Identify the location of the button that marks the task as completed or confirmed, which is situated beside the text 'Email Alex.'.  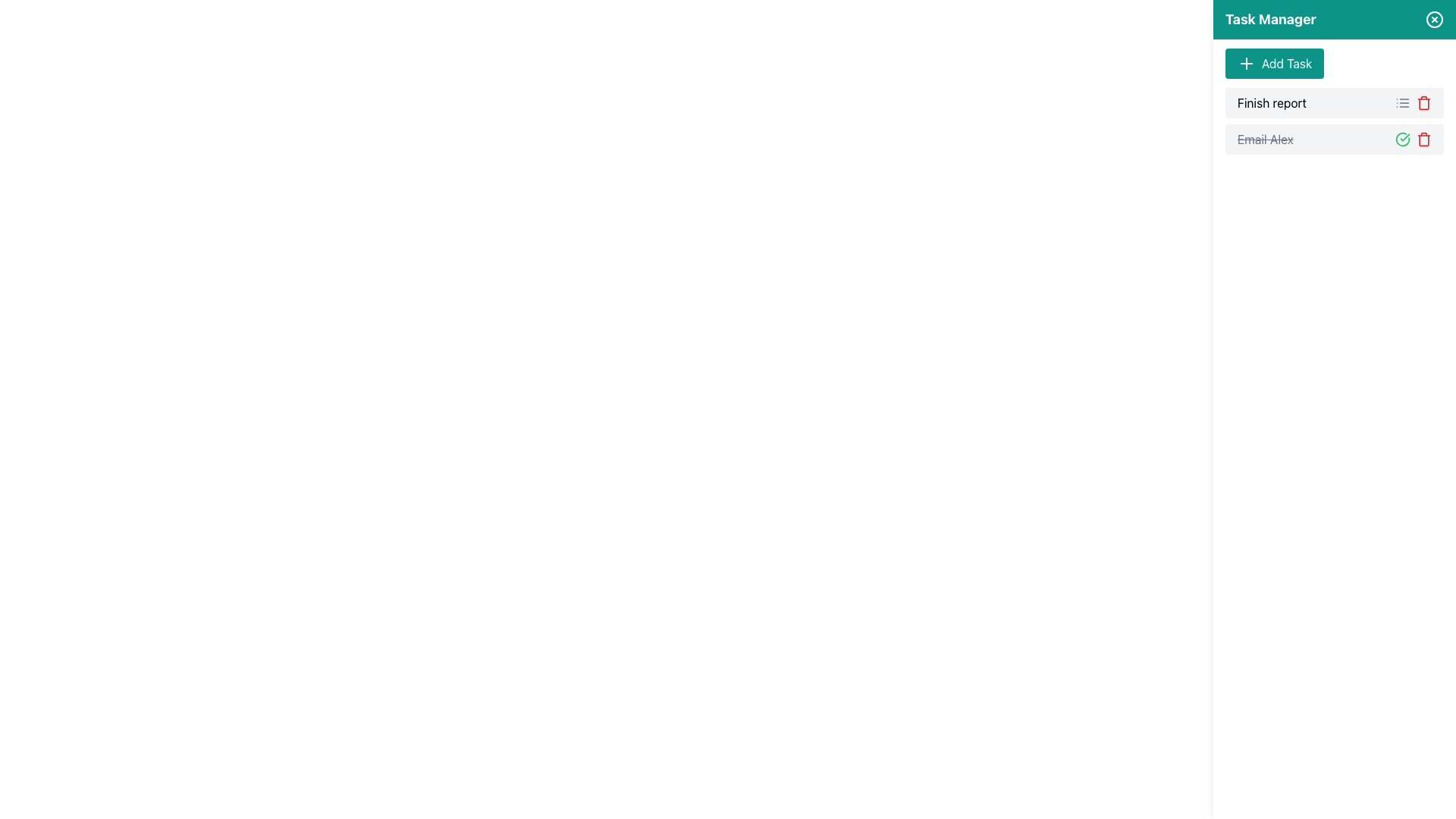
(1401, 140).